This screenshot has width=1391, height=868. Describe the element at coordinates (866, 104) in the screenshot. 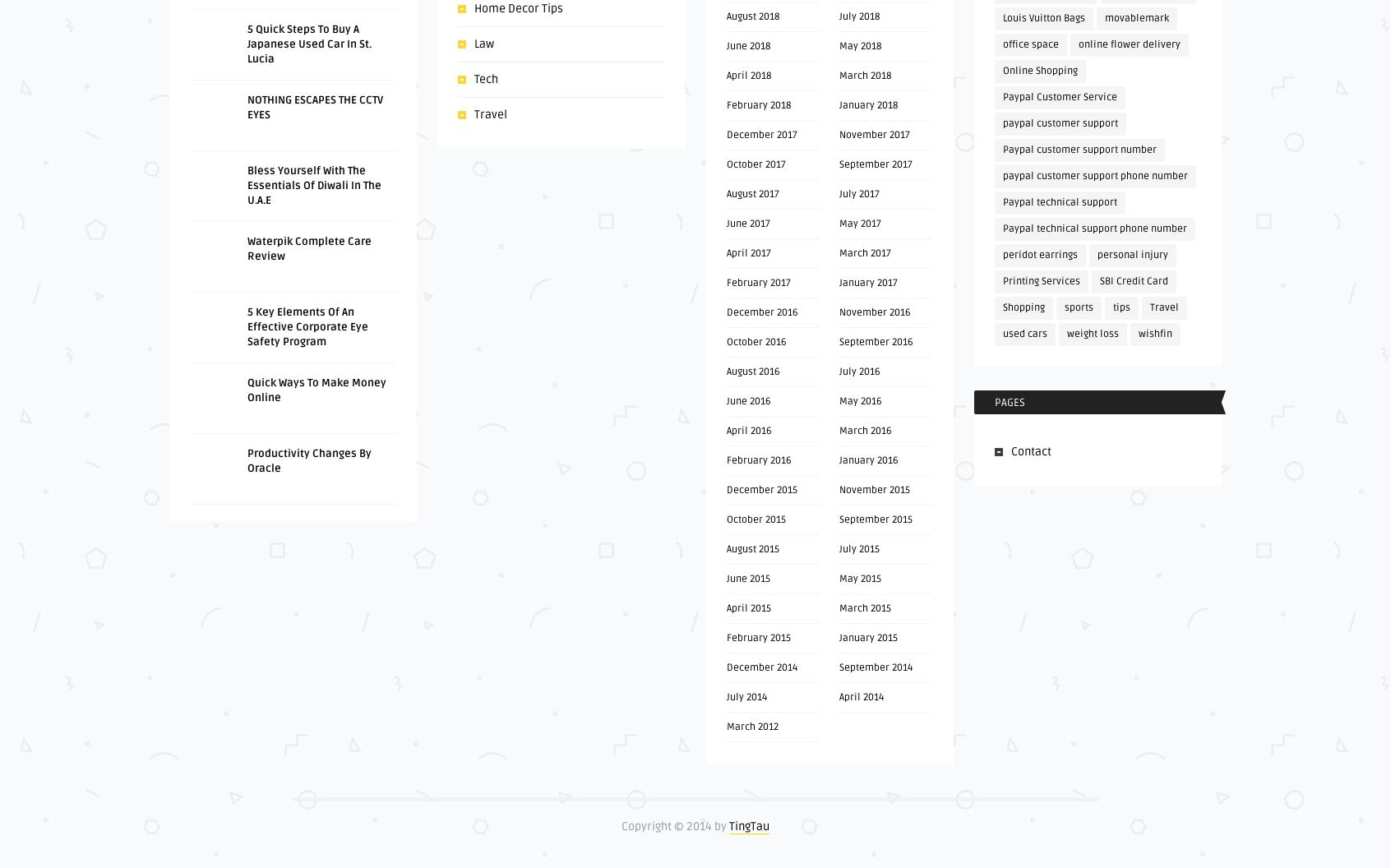

I see `'January 2018'` at that location.